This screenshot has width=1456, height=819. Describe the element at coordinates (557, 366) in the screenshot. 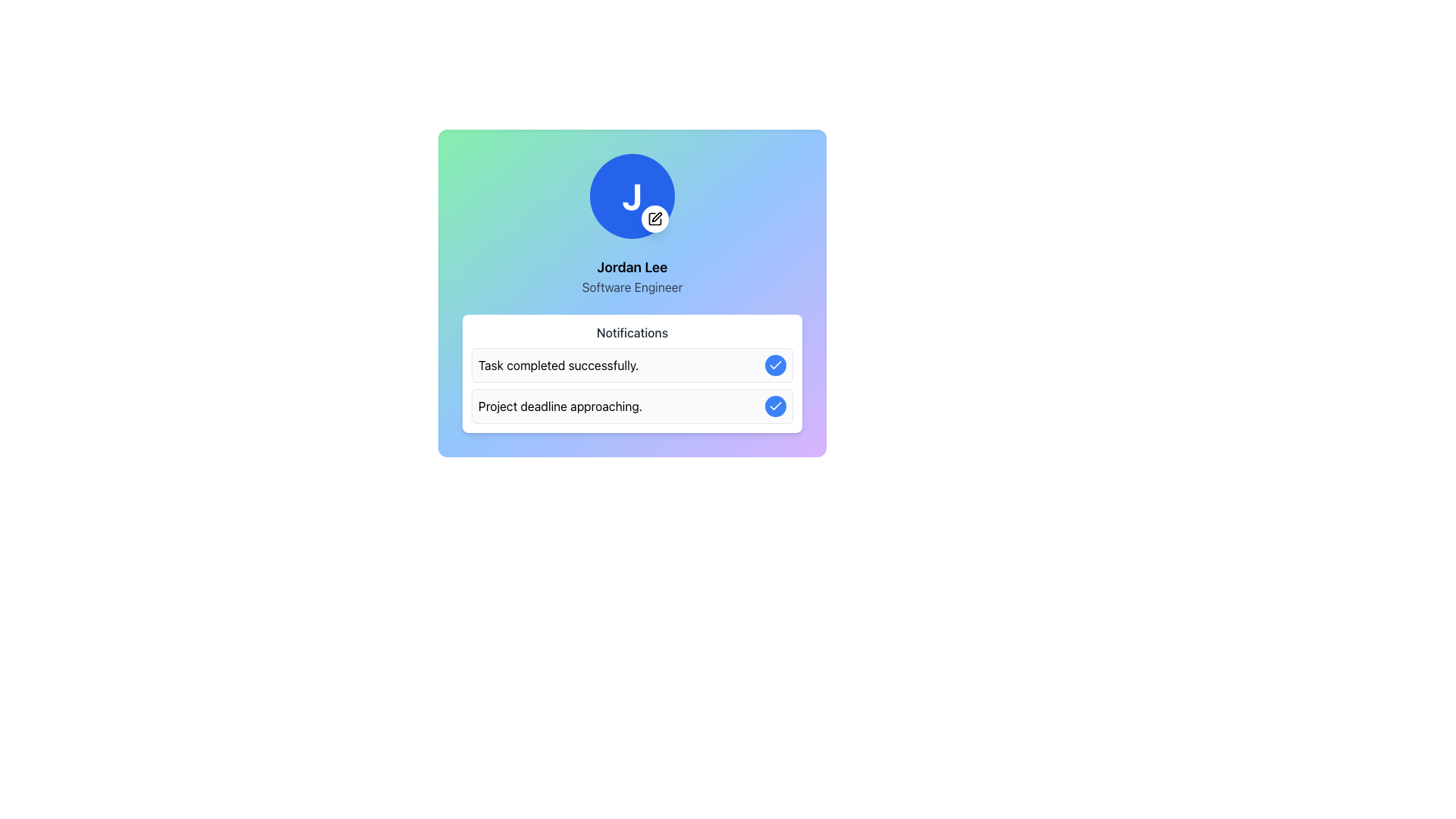

I see `the text element that conveys the message 'Task completed successfully.' located at the top of the notification box near the center of the interface` at that location.